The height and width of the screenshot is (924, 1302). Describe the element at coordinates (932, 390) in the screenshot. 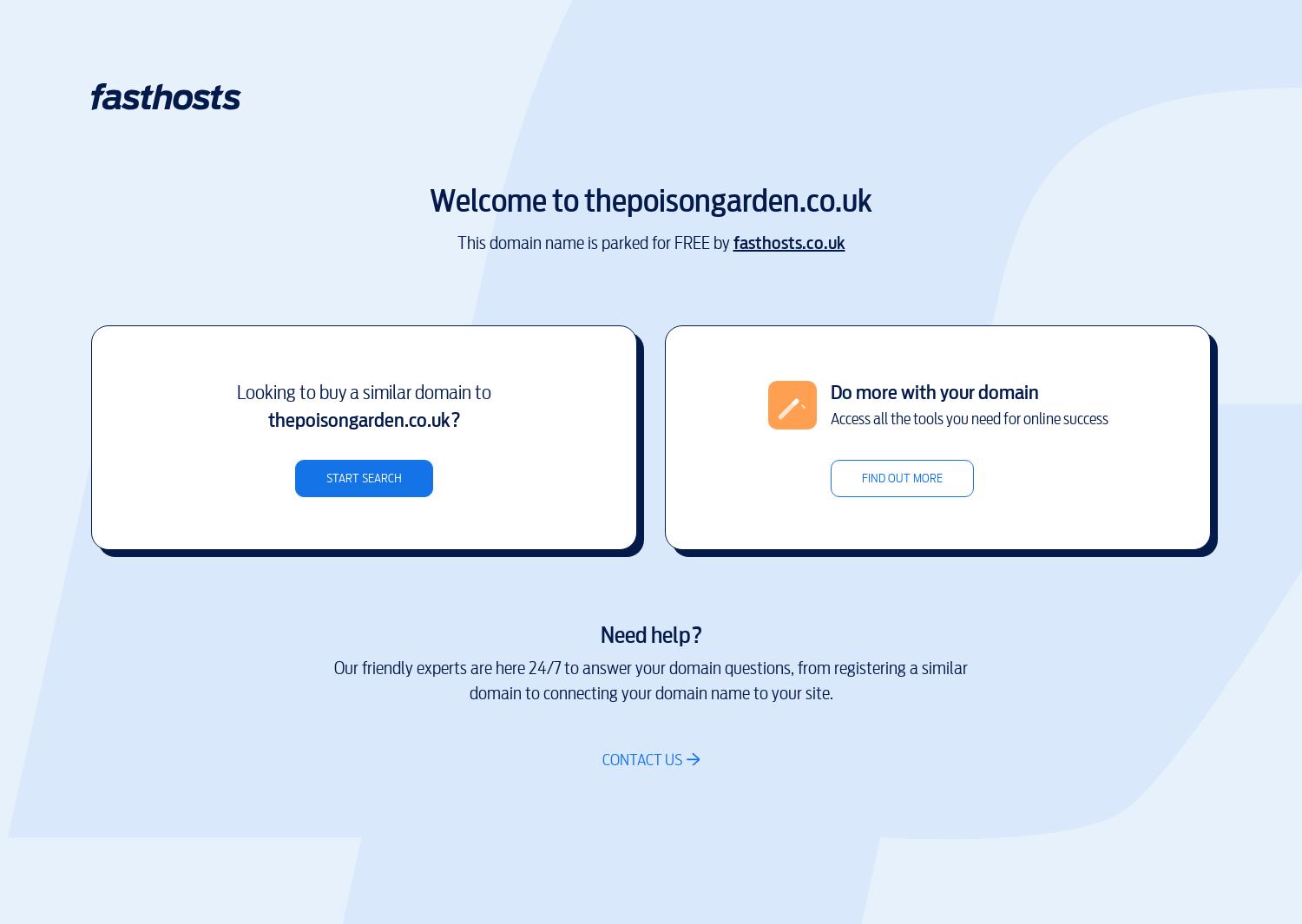

I see `'Do more with your domain'` at that location.